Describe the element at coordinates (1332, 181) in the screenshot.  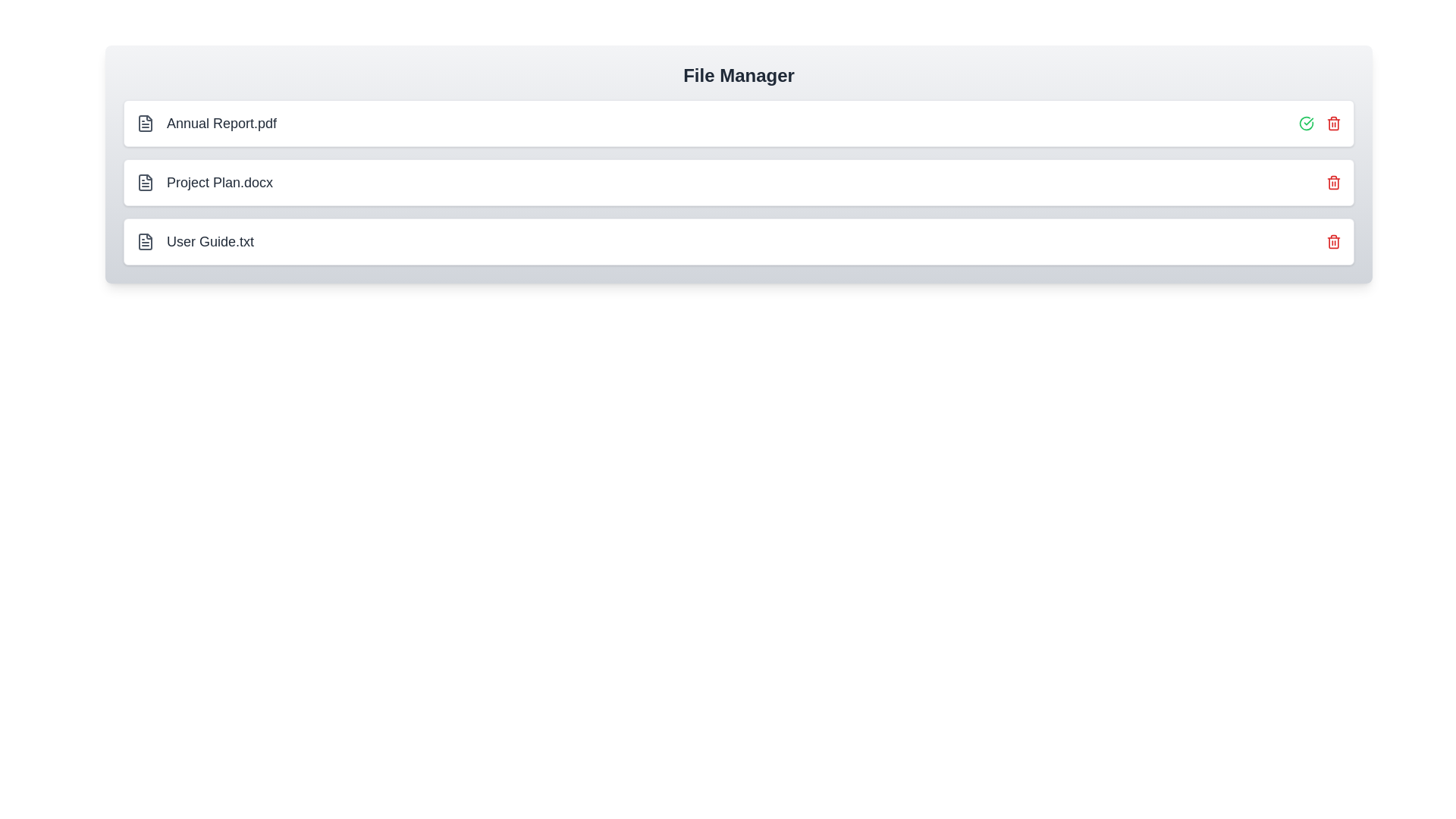
I see `the delete button located at the far-right side of the entry for 'Project Plan.docx'` at that location.